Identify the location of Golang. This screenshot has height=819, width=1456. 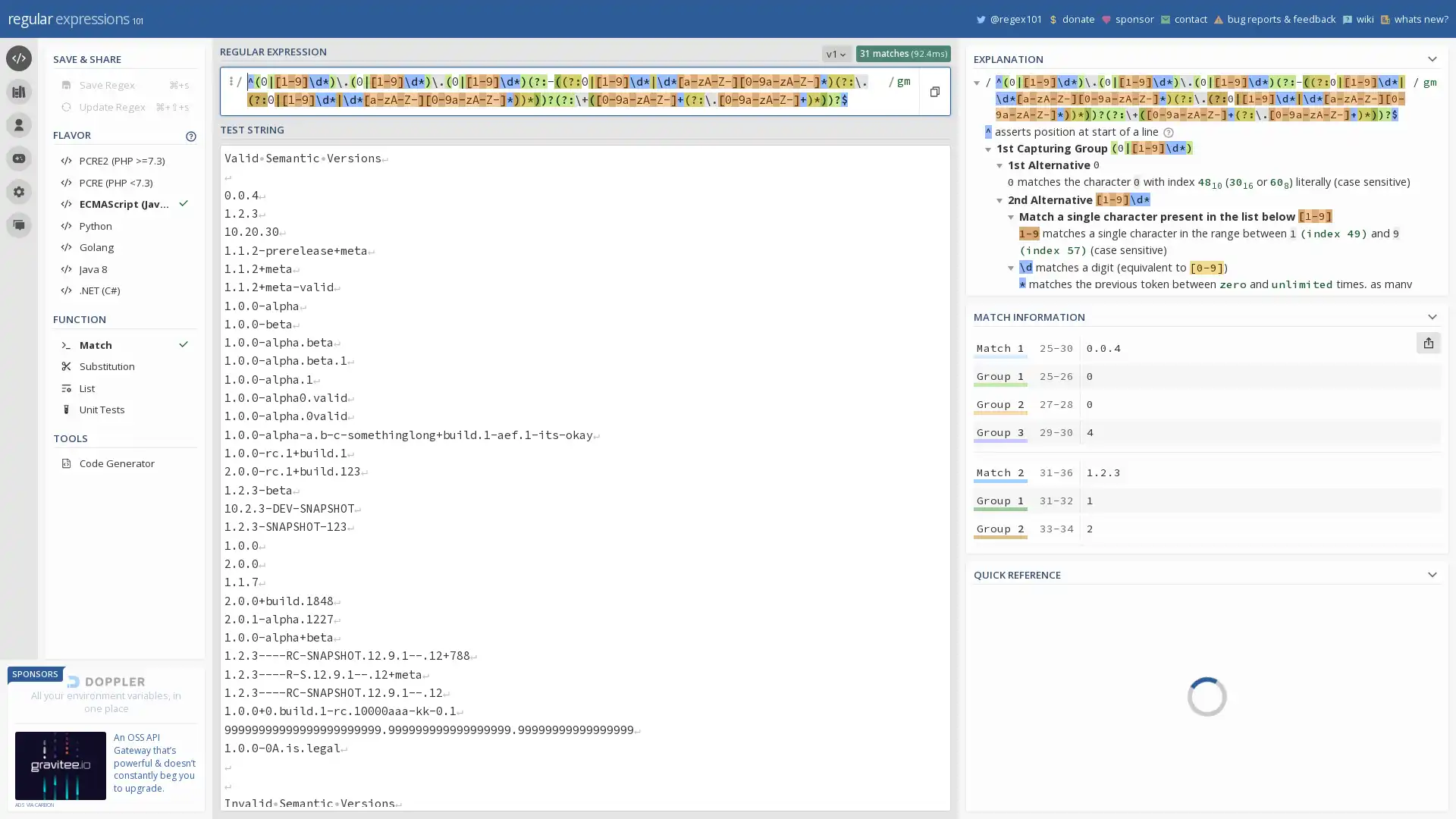
(124, 246).